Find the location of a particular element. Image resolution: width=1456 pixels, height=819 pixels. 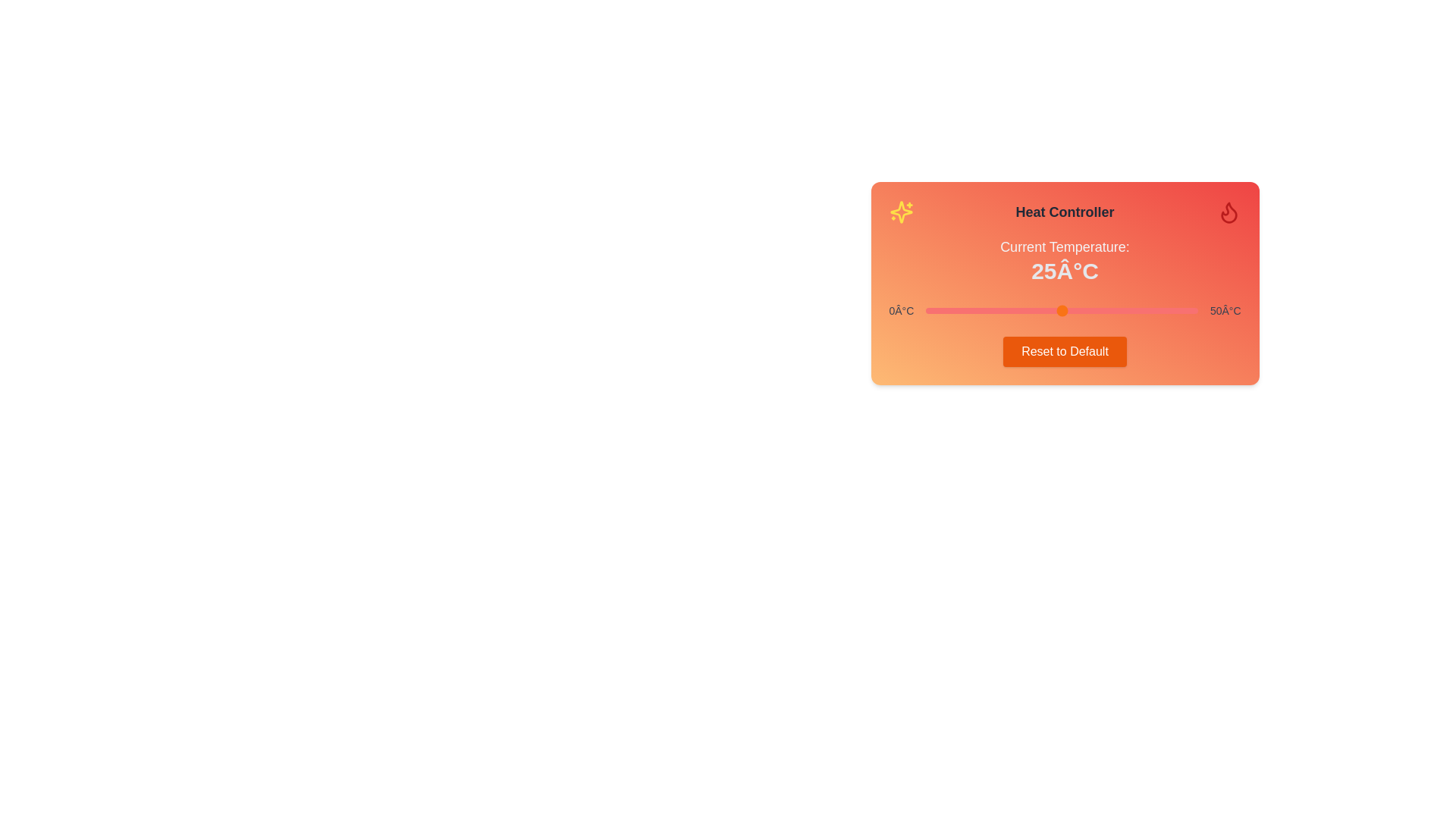

the 'Reset to Default' button to reset the temperature to its default value is located at coordinates (1064, 351).